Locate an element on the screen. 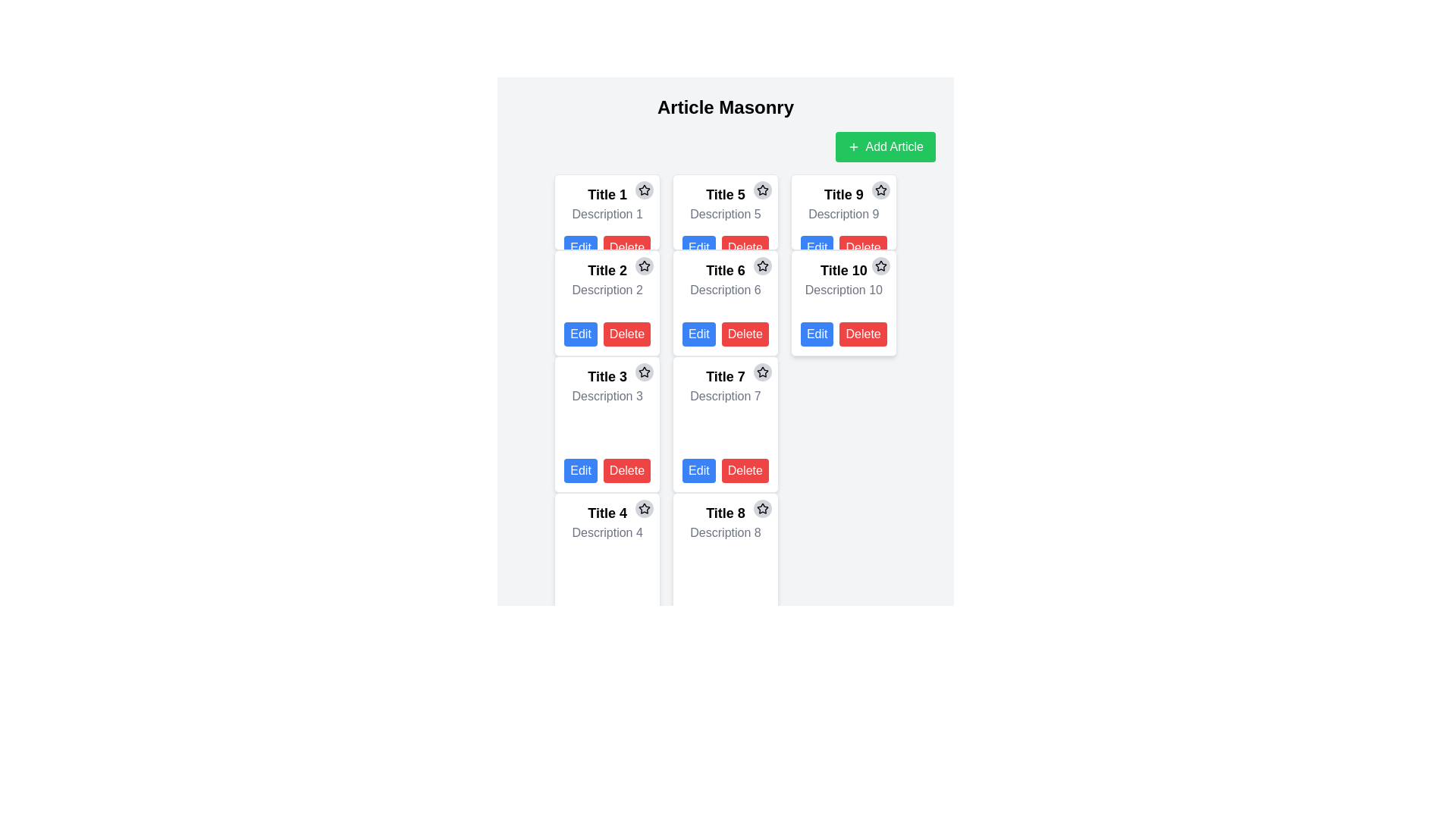  the star icon located at the top-right corner of the card labeled 'Title 10' to show context actions is located at coordinates (880, 189).